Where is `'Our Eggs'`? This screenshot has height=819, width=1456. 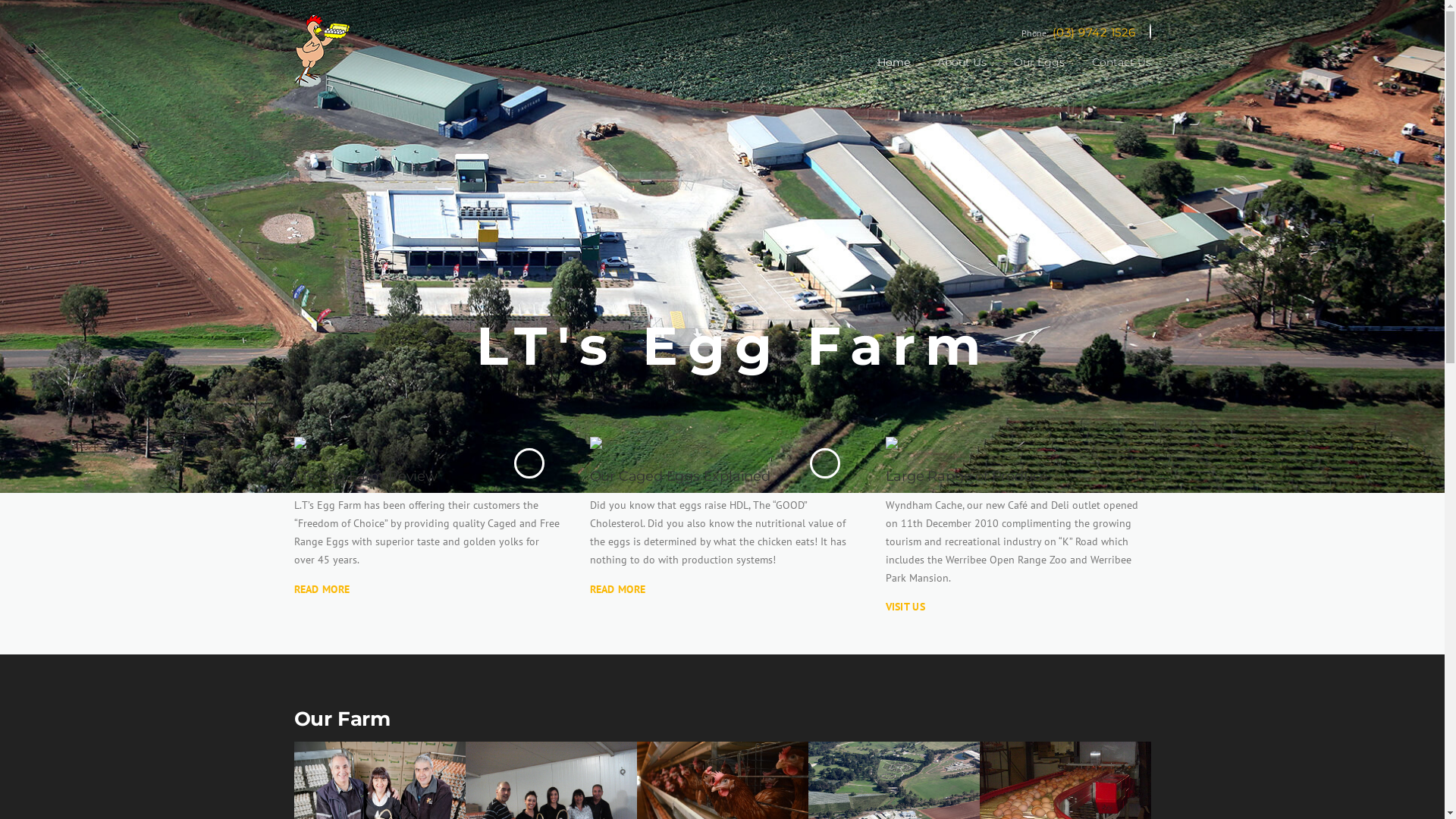 'Our Eggs' is located at coordinates (1037, 73).